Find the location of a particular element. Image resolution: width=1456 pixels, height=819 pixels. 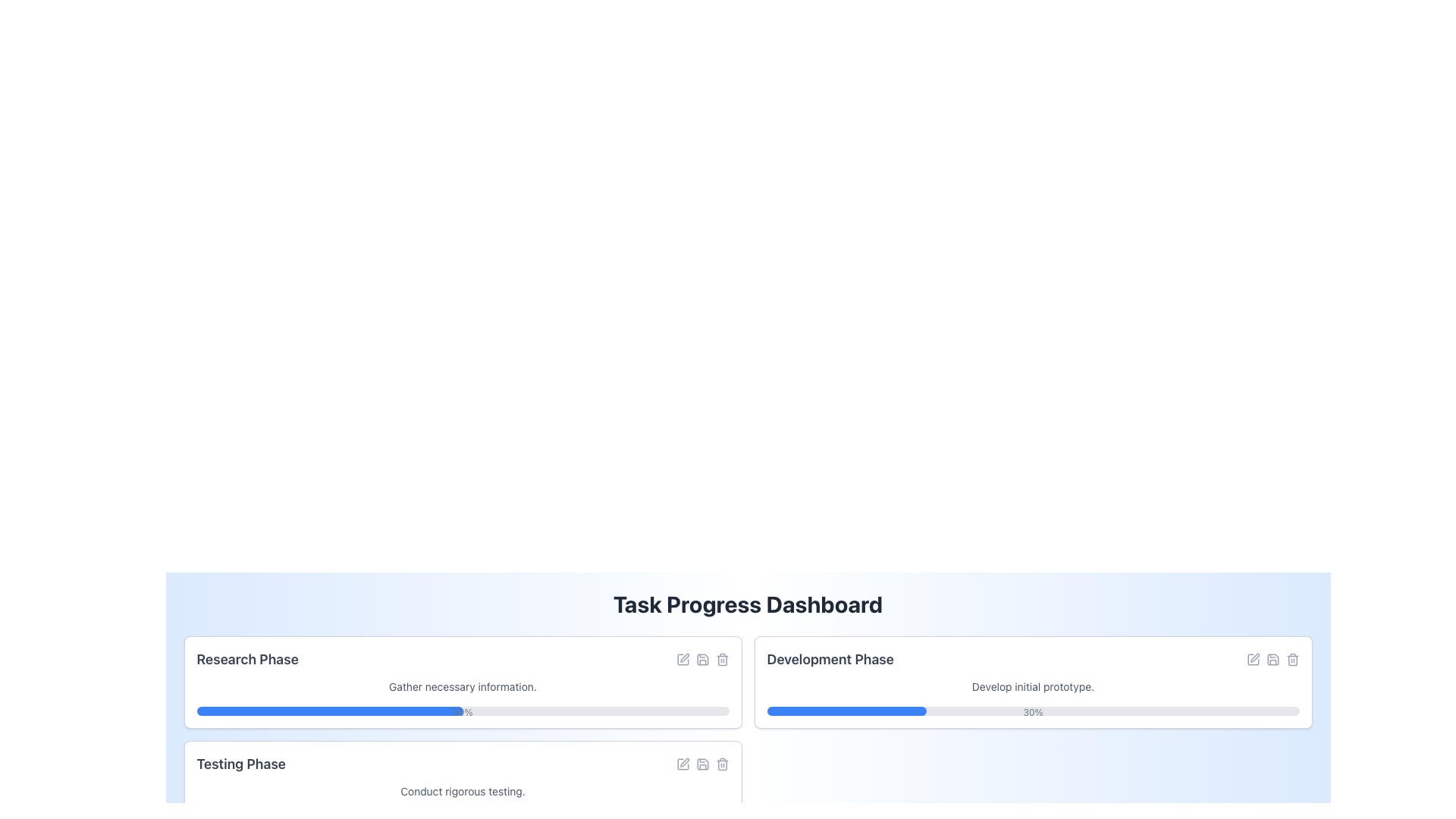

the blue Progress Bar Segment located in the 'Development Phase' section of the 'Task Progress Dashboard' is located at coordinates (846, 711).